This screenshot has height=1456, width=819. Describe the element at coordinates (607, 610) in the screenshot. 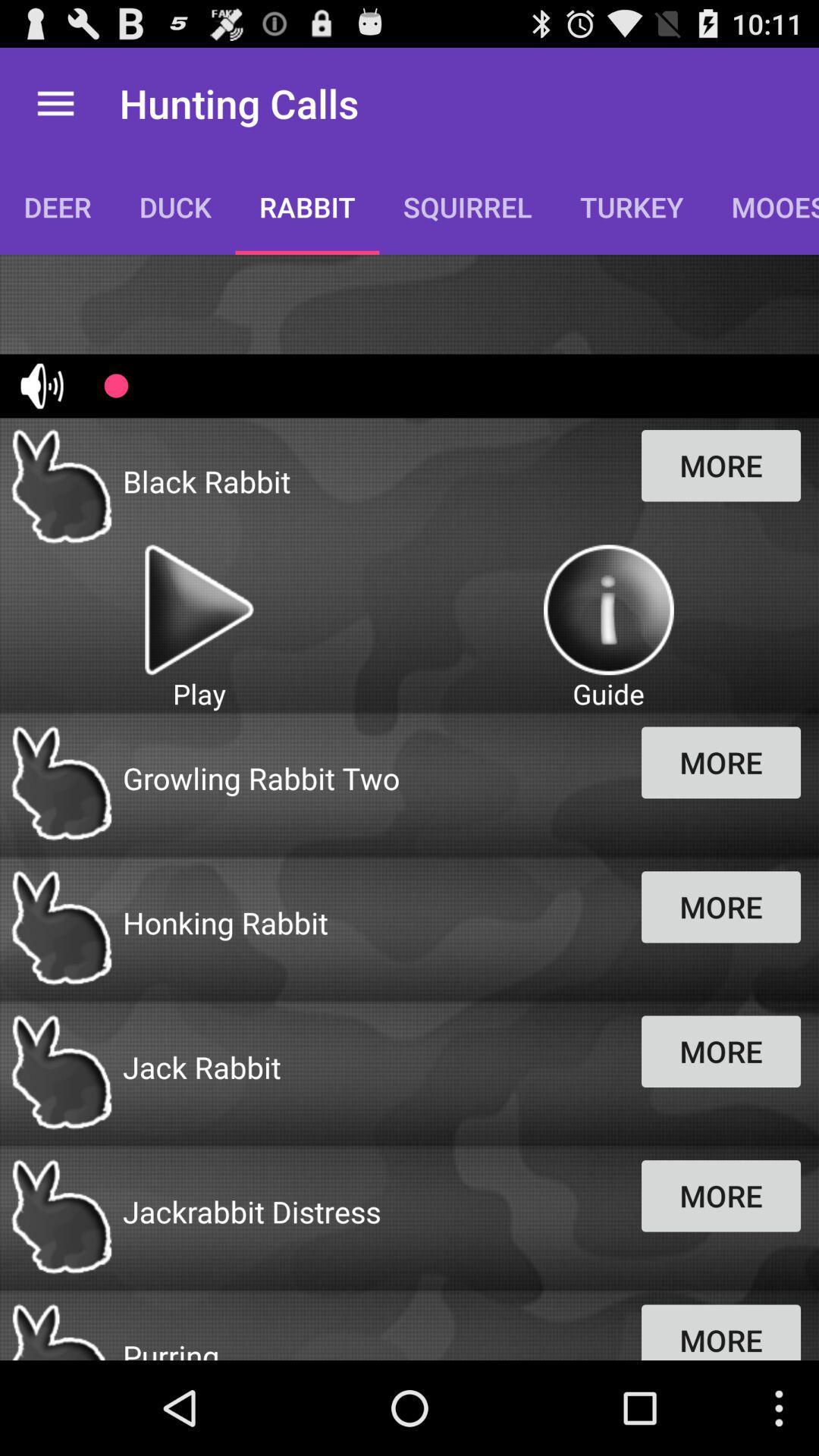

I see `it is a good app` at that location.